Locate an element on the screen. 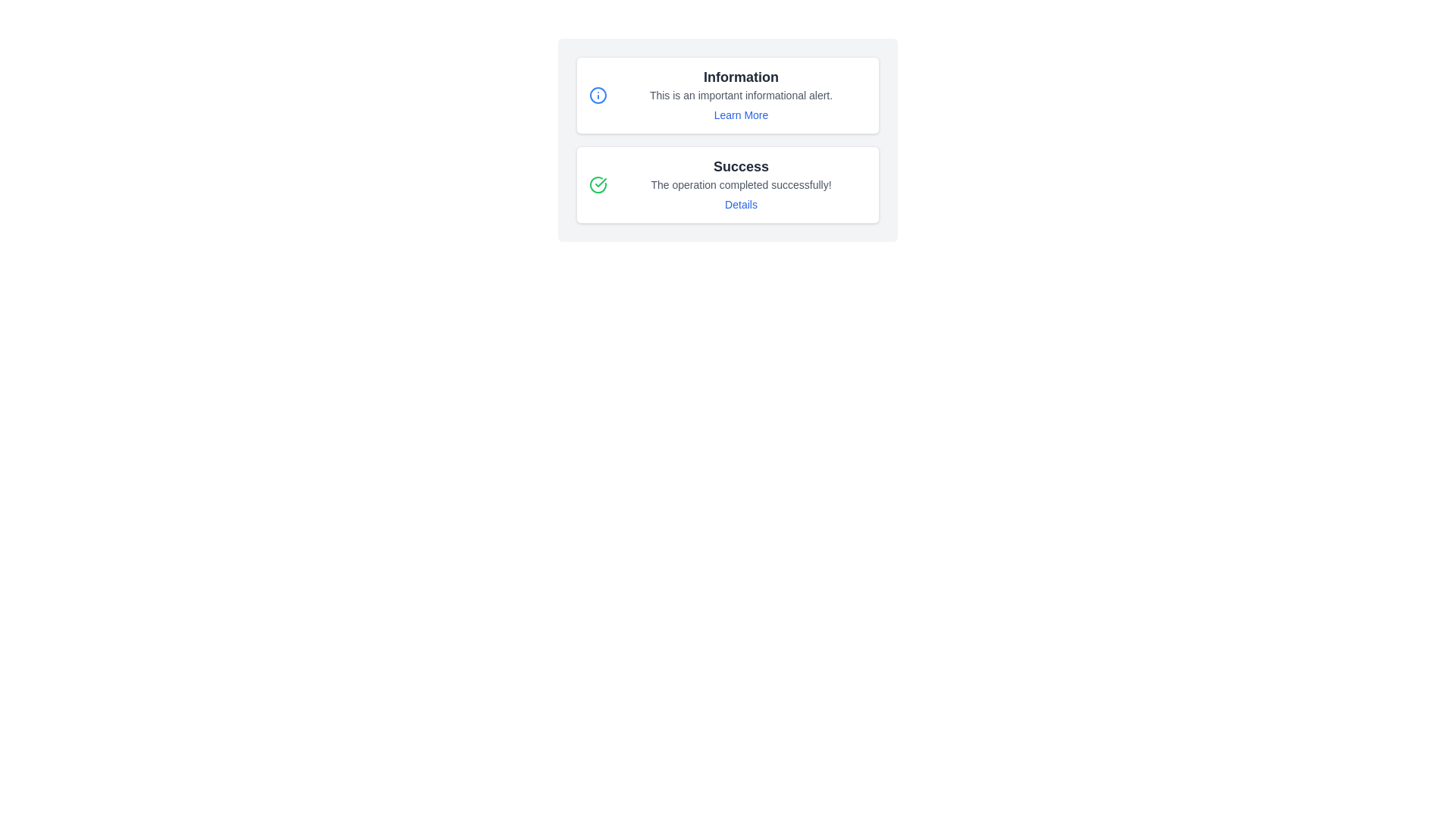 This screenshot has width=1456, height=819. informational alert text that says 'This is an important informational alert.' located below the 'Information' heading and above the 'Learn More' link is located at coordinates (741, 96).